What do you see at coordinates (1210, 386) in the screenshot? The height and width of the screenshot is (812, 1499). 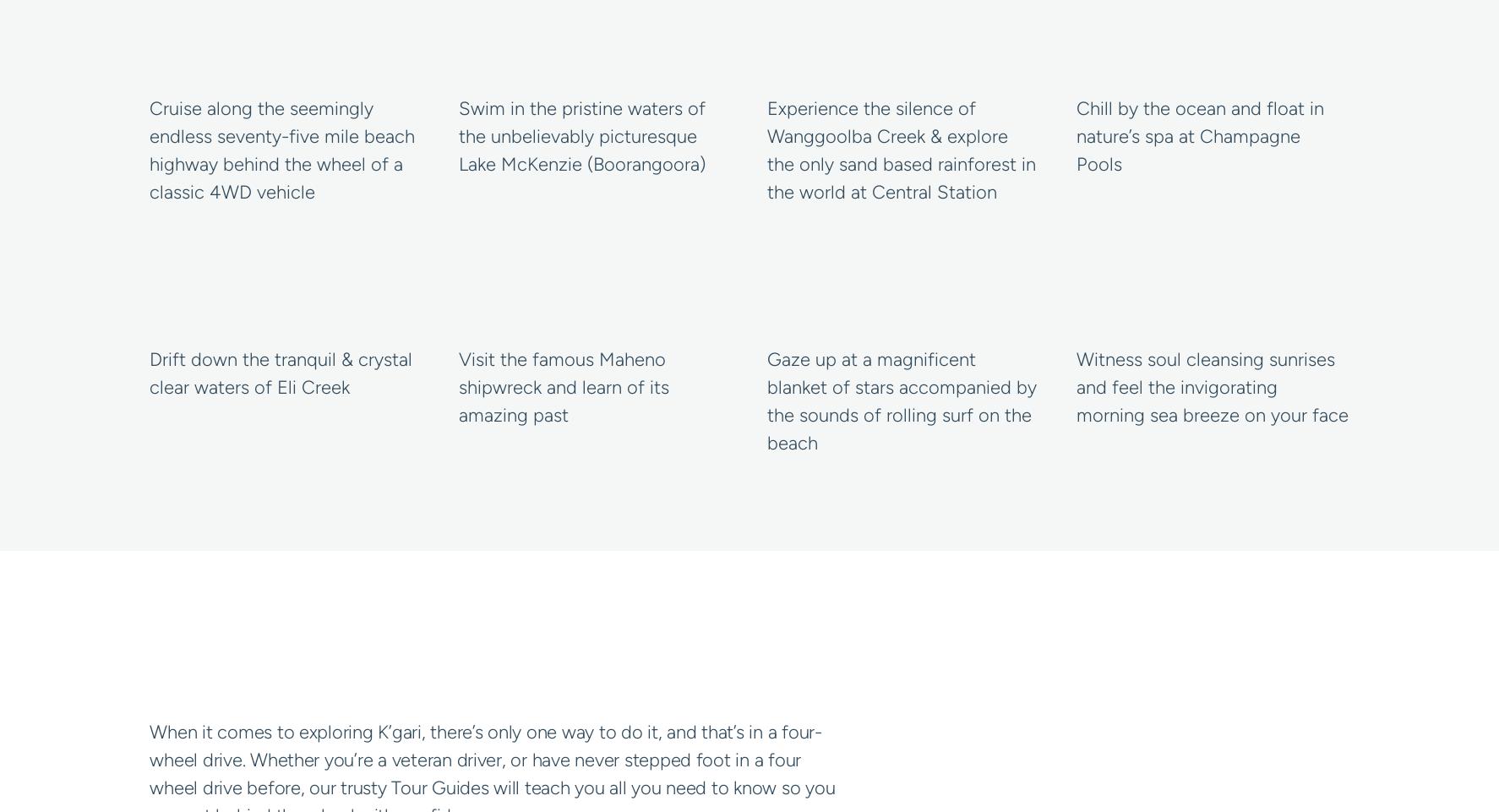 I see `'Witness soul cleansing sunrises and feel the invigorating morning sea breeze on your face'` at bounding box center [1210, 386].